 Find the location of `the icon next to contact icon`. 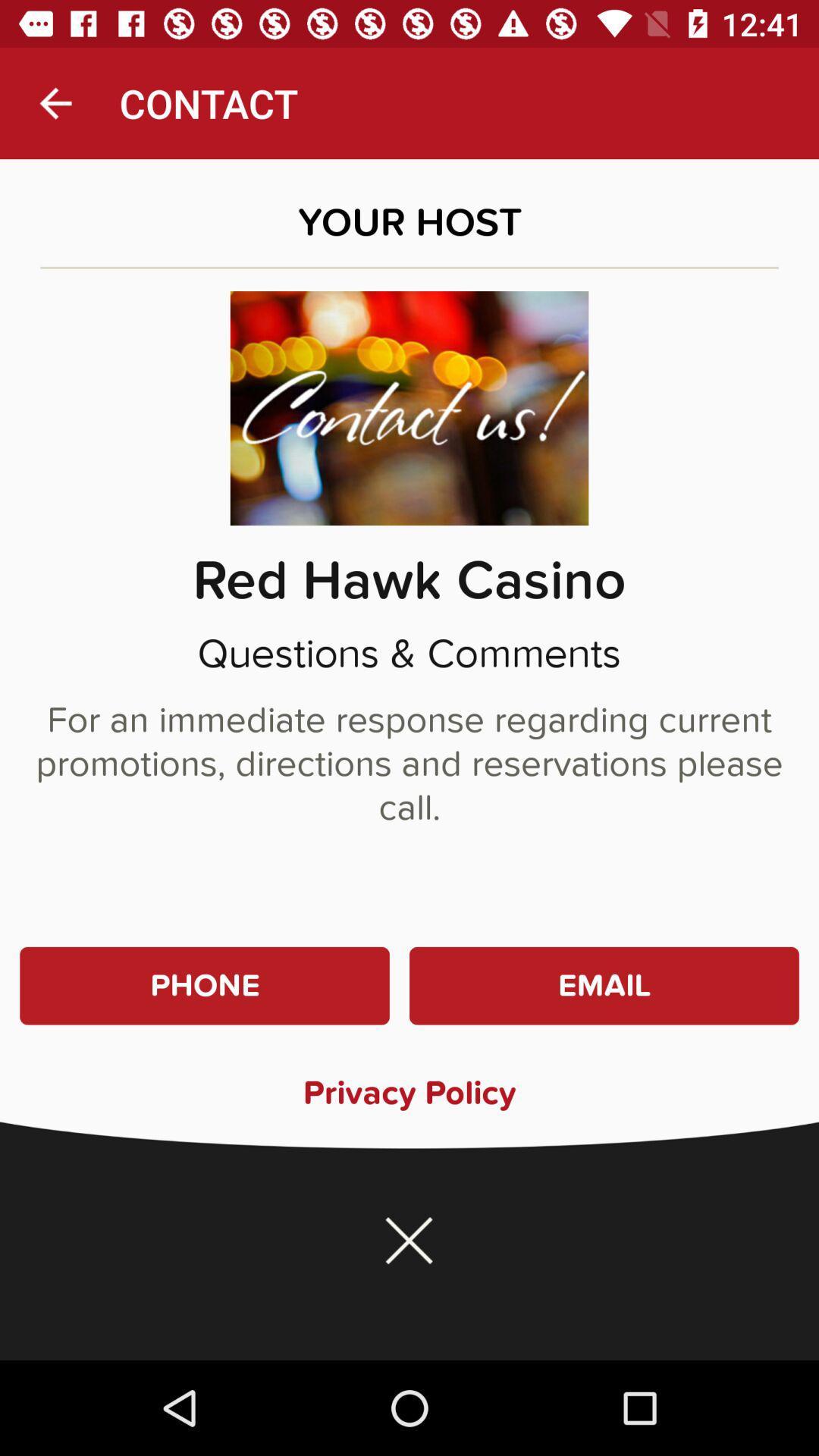

the icon next to contact icon is located at coordinates (55, 102).